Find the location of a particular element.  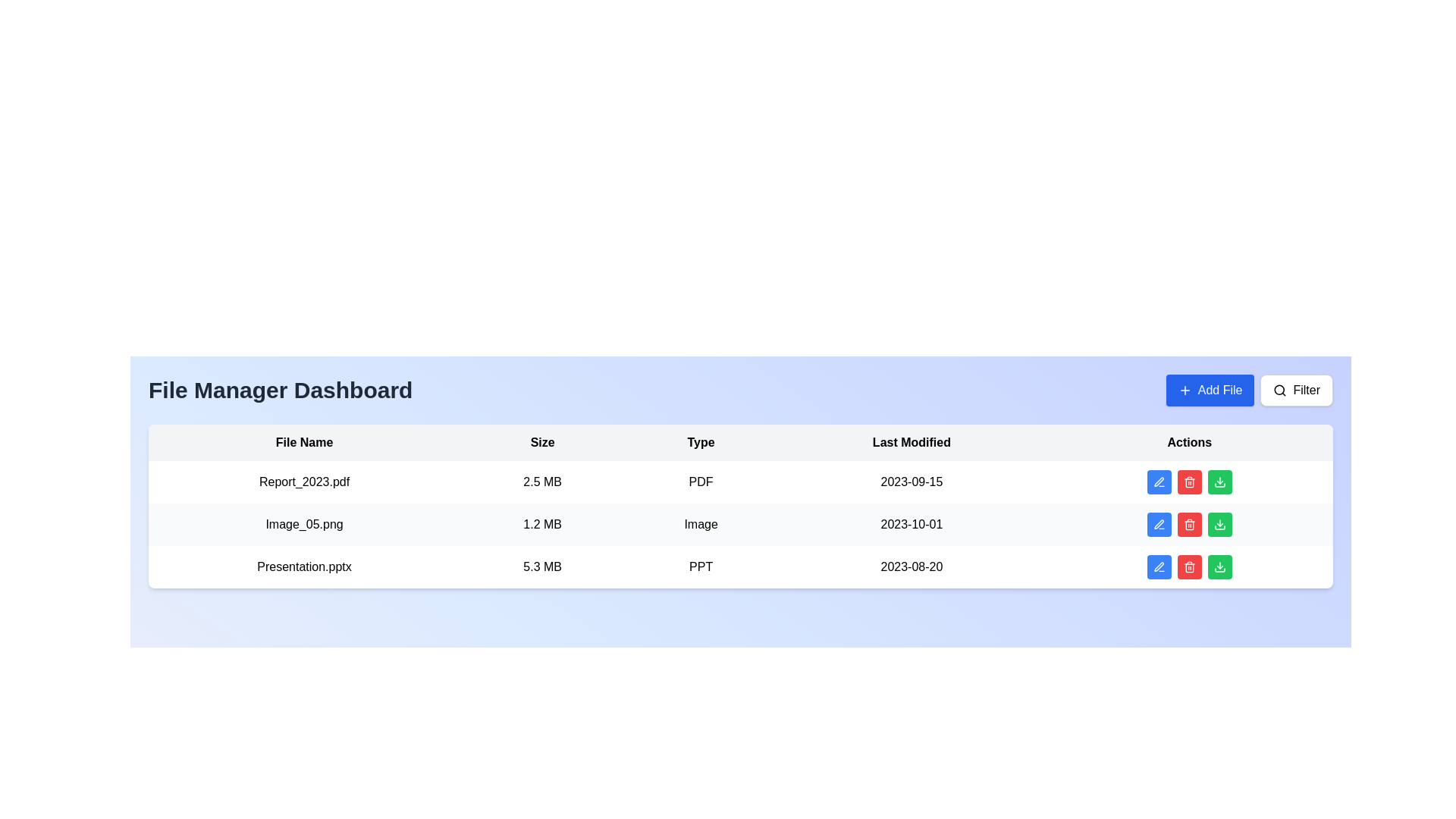

the text label representing the name of the file in the 'File Name' column of the third row in the 'File Manager Dashboard' to copy its name is located at coordinates (303, 567).